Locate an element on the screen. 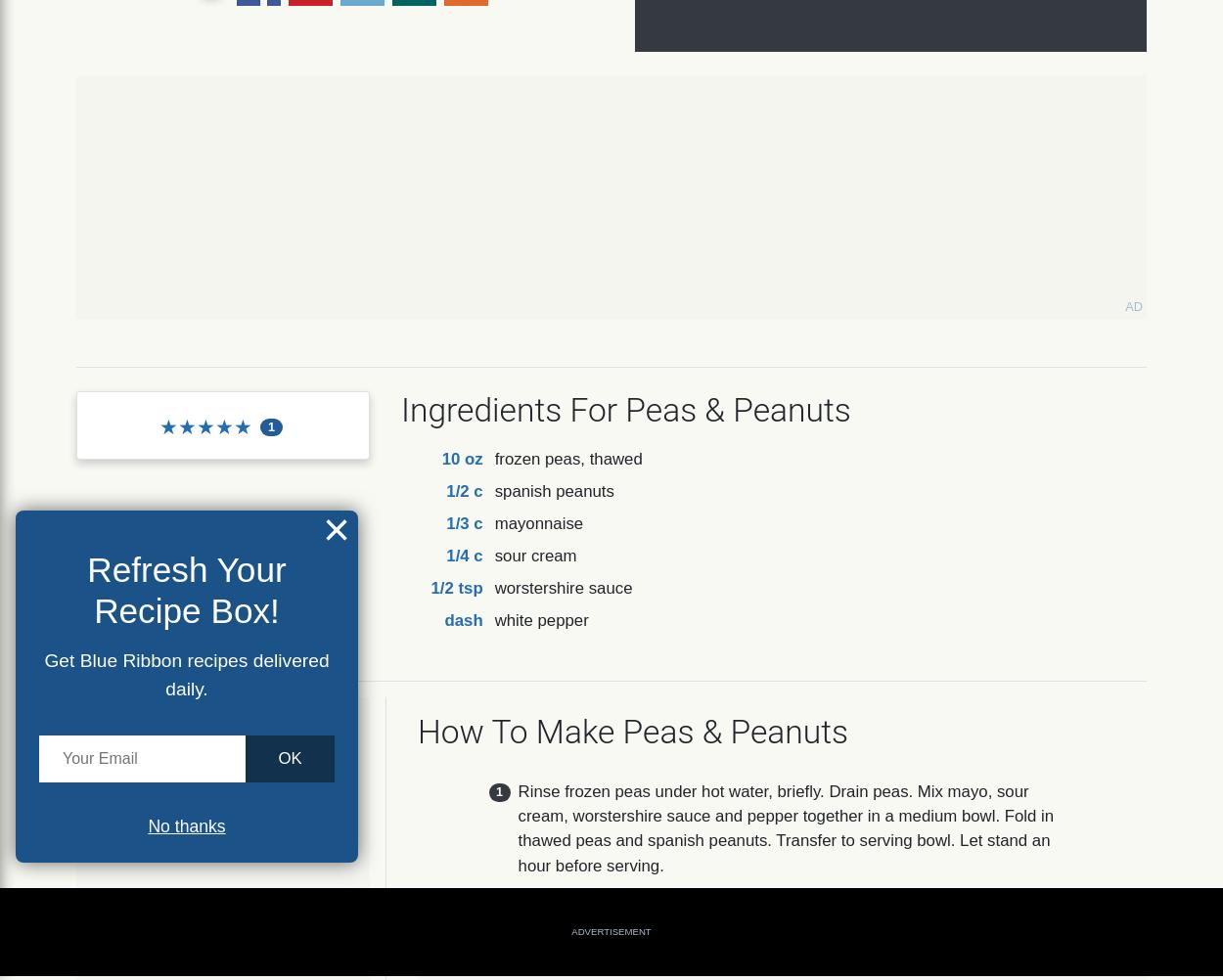 The height and width of the screenshot is (980, 1223). 'white pepper' is located at coordinates (494, 619).